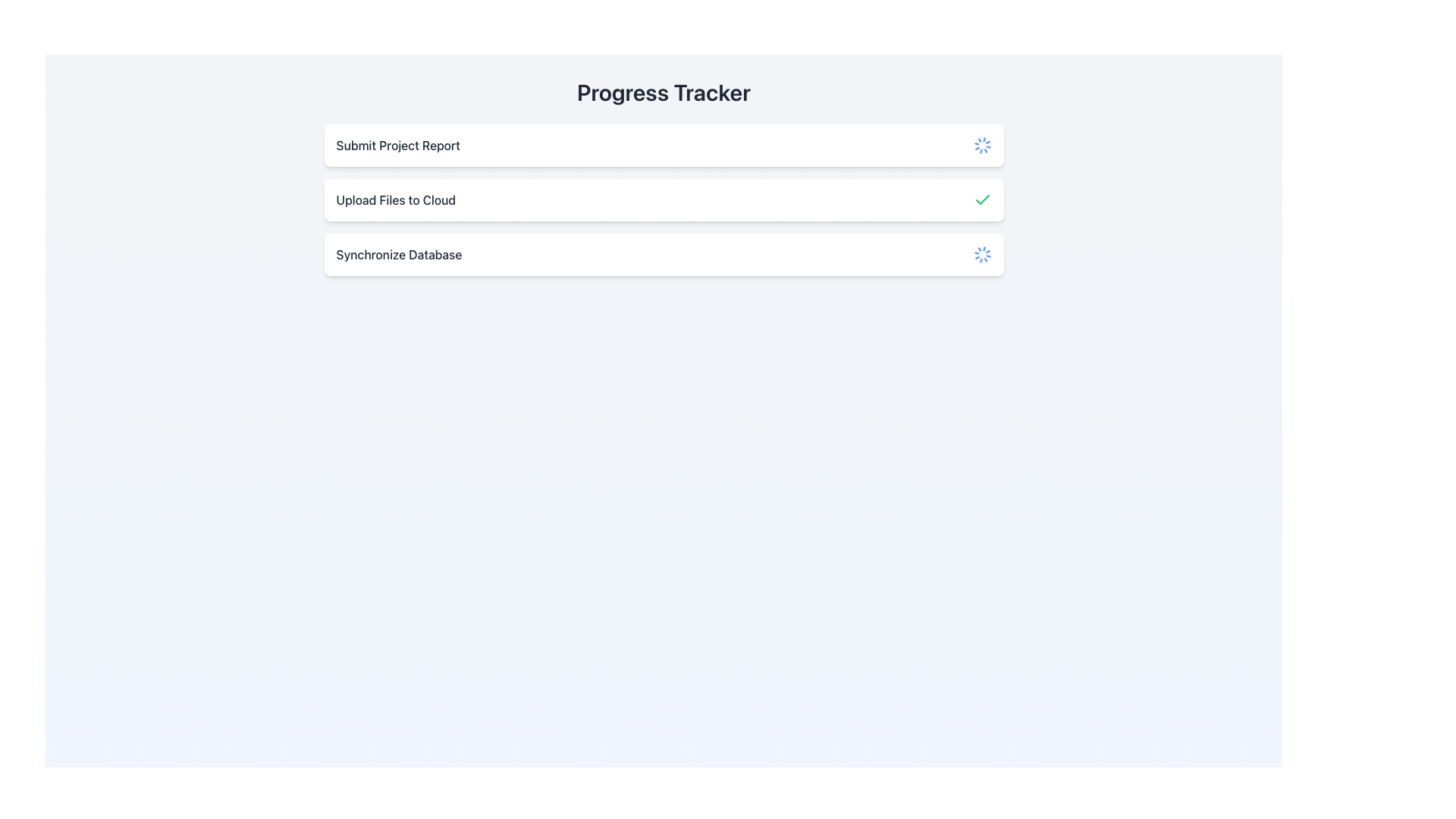 The width and height of the screenshot is (1456, 819). What do you see at coordinates (396, 199) in the screenshot?
I see `the text element indicating the task or category in the 'Progress Tracker' list, which is the second item in a vertical arrangement` at bounding box center [396, 199].